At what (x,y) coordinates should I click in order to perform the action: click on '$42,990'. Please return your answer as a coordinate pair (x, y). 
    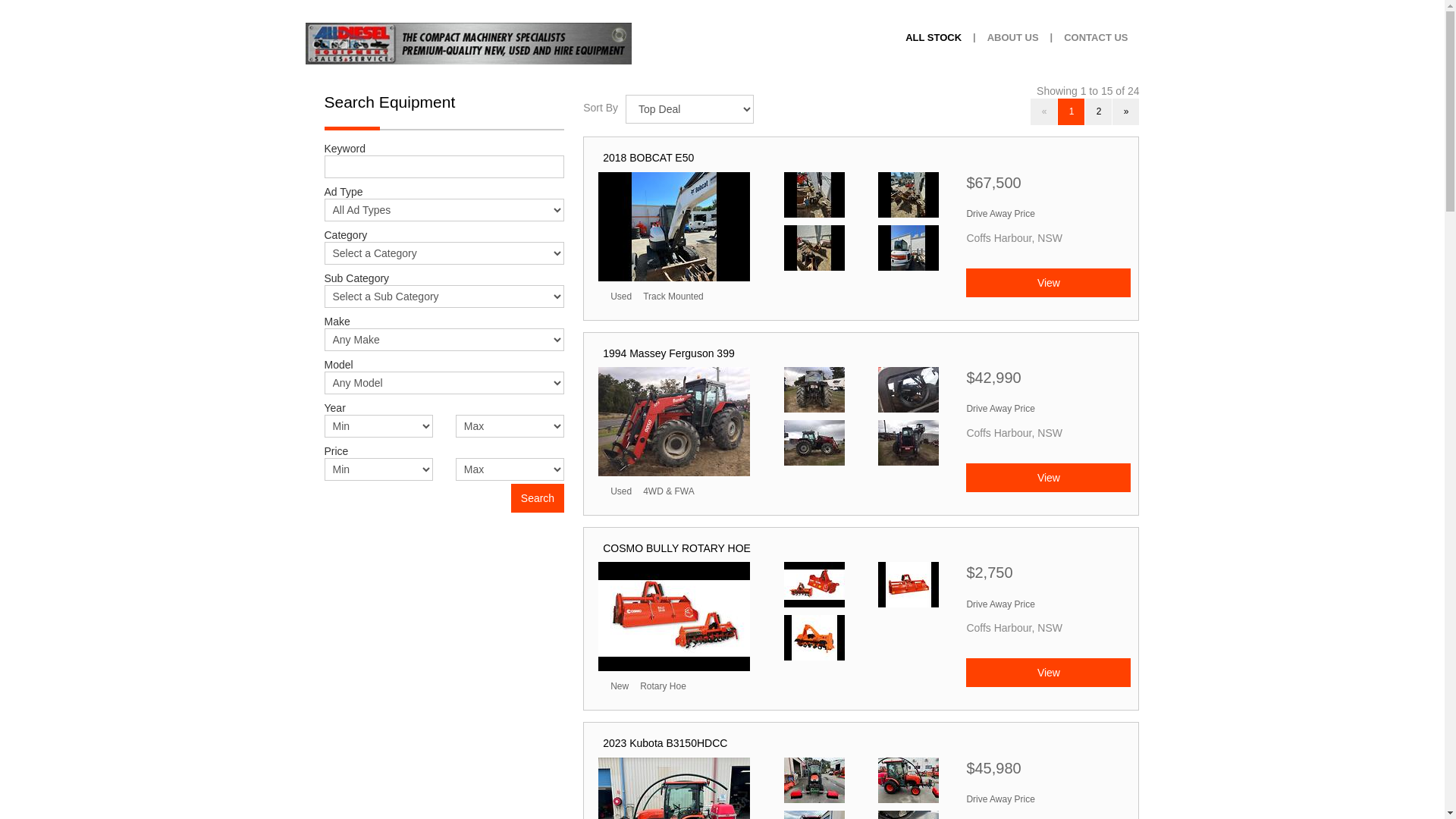
    Looking at the image, I should click on (1047, 381).